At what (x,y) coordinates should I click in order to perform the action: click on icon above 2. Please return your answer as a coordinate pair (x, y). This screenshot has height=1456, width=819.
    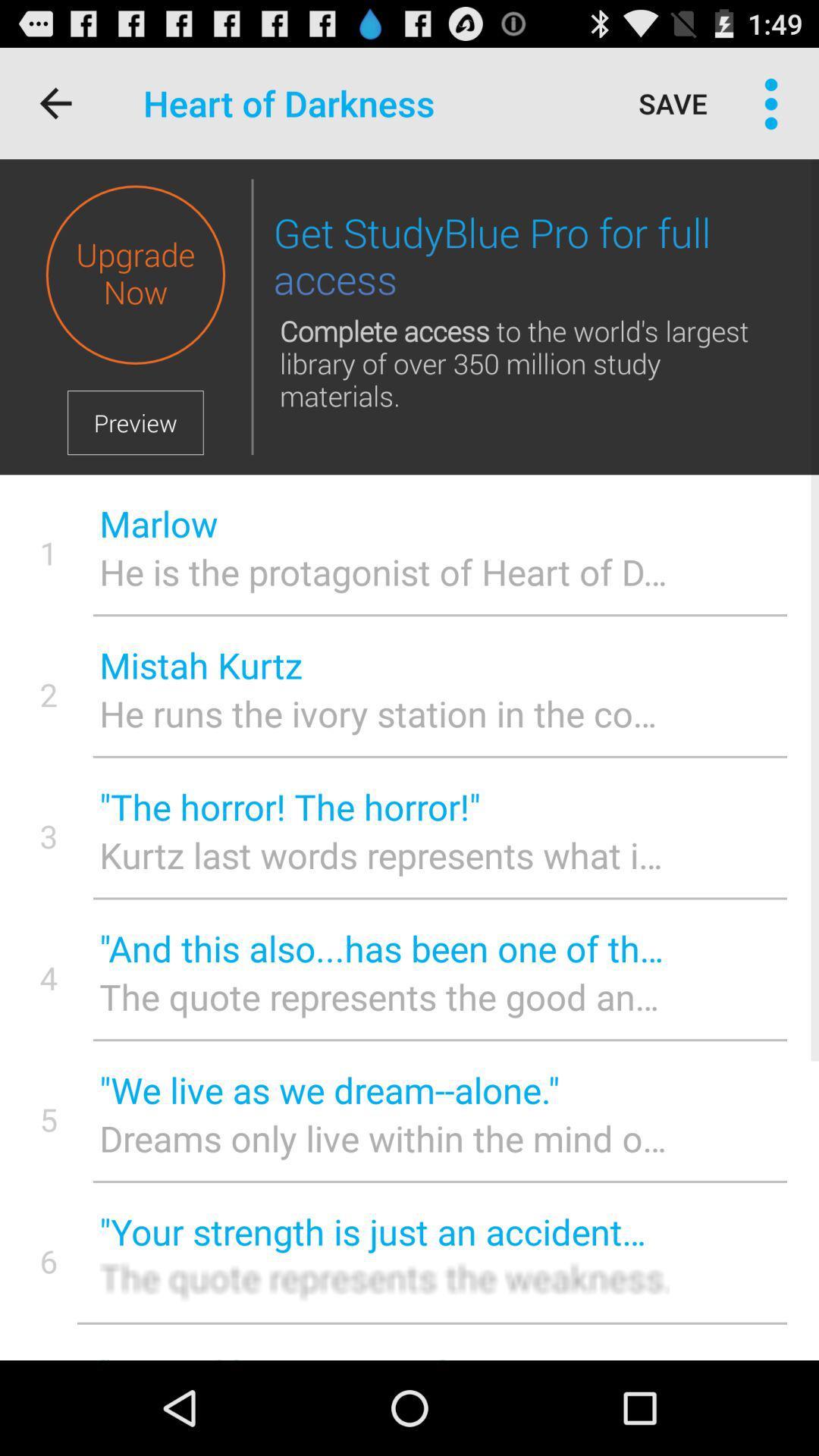
    Looking at the image, I should click on (48, 552).